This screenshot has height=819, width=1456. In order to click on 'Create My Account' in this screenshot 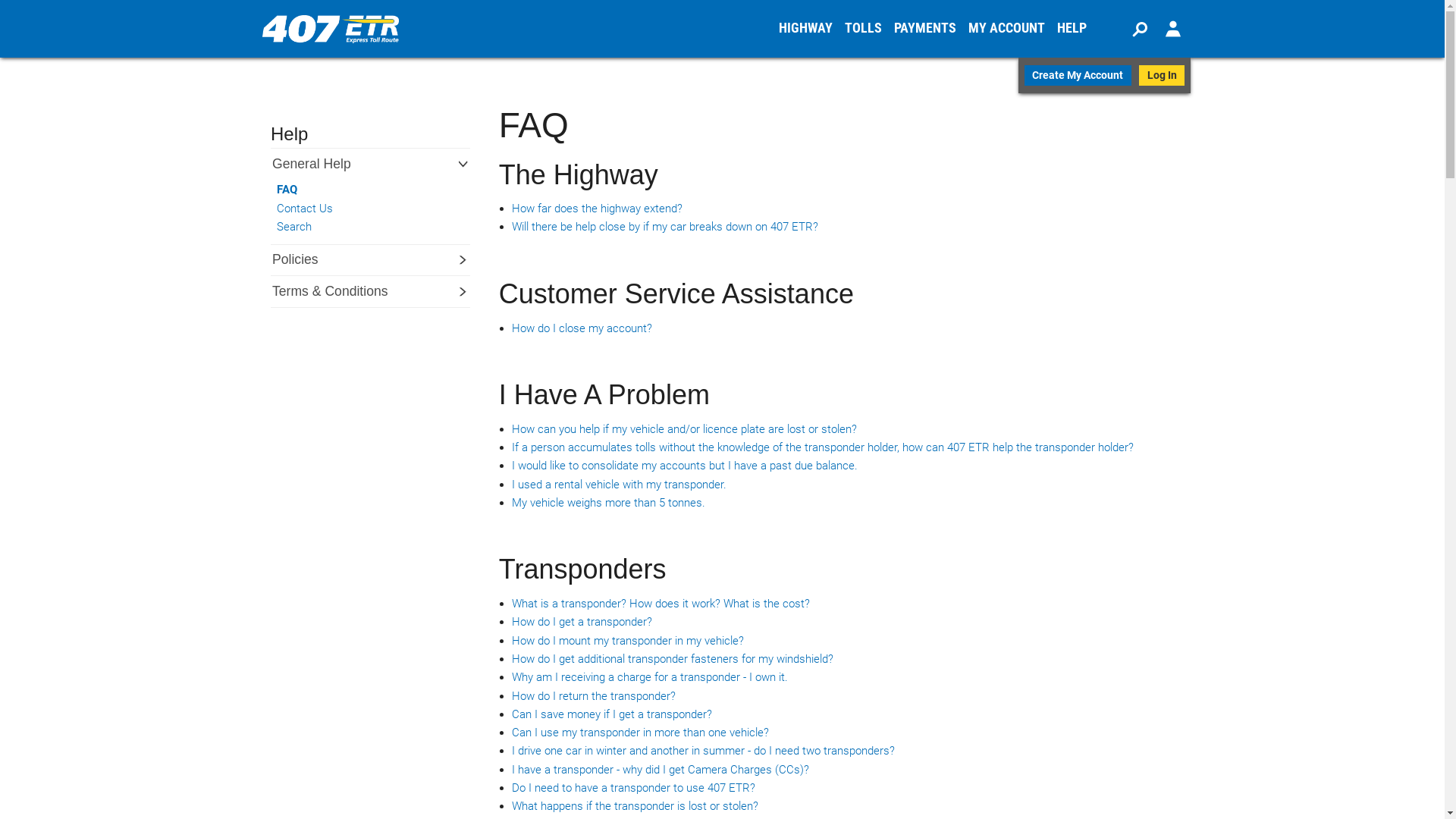, I will do `click(1076, 75)`.